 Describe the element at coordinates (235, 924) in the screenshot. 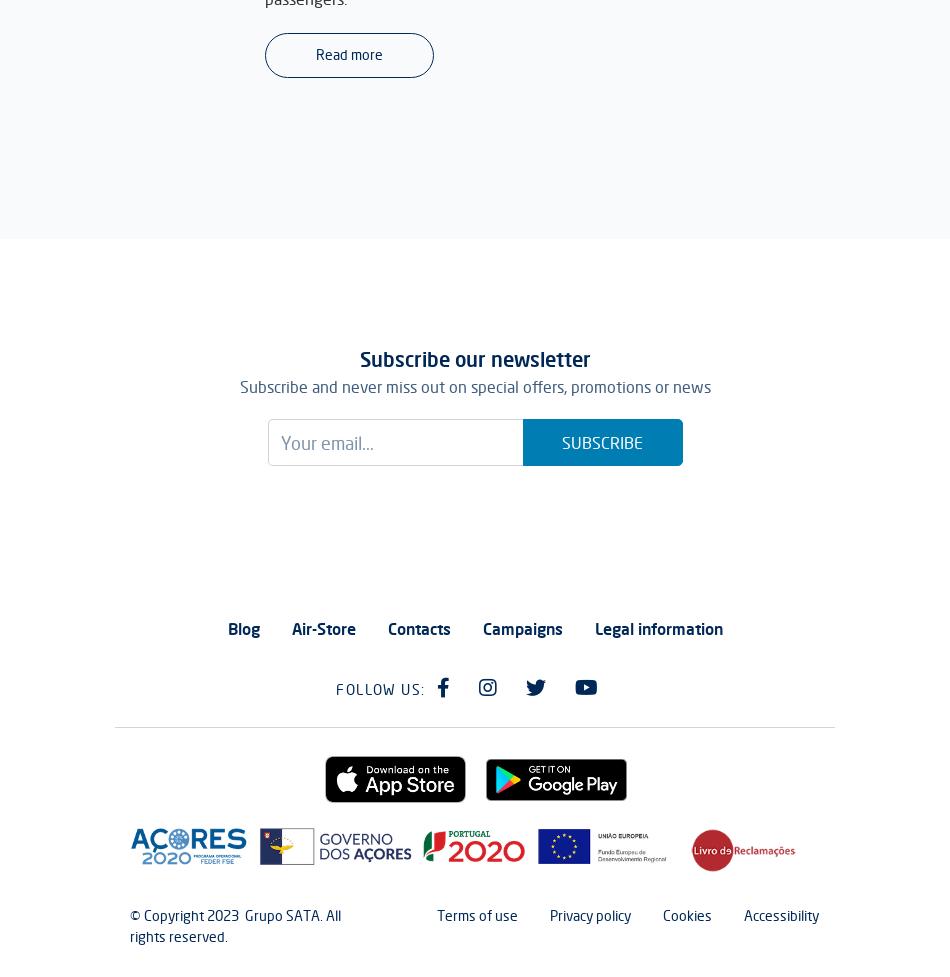

I see `'Grupo SATA. All rights reserved.'` at that location.